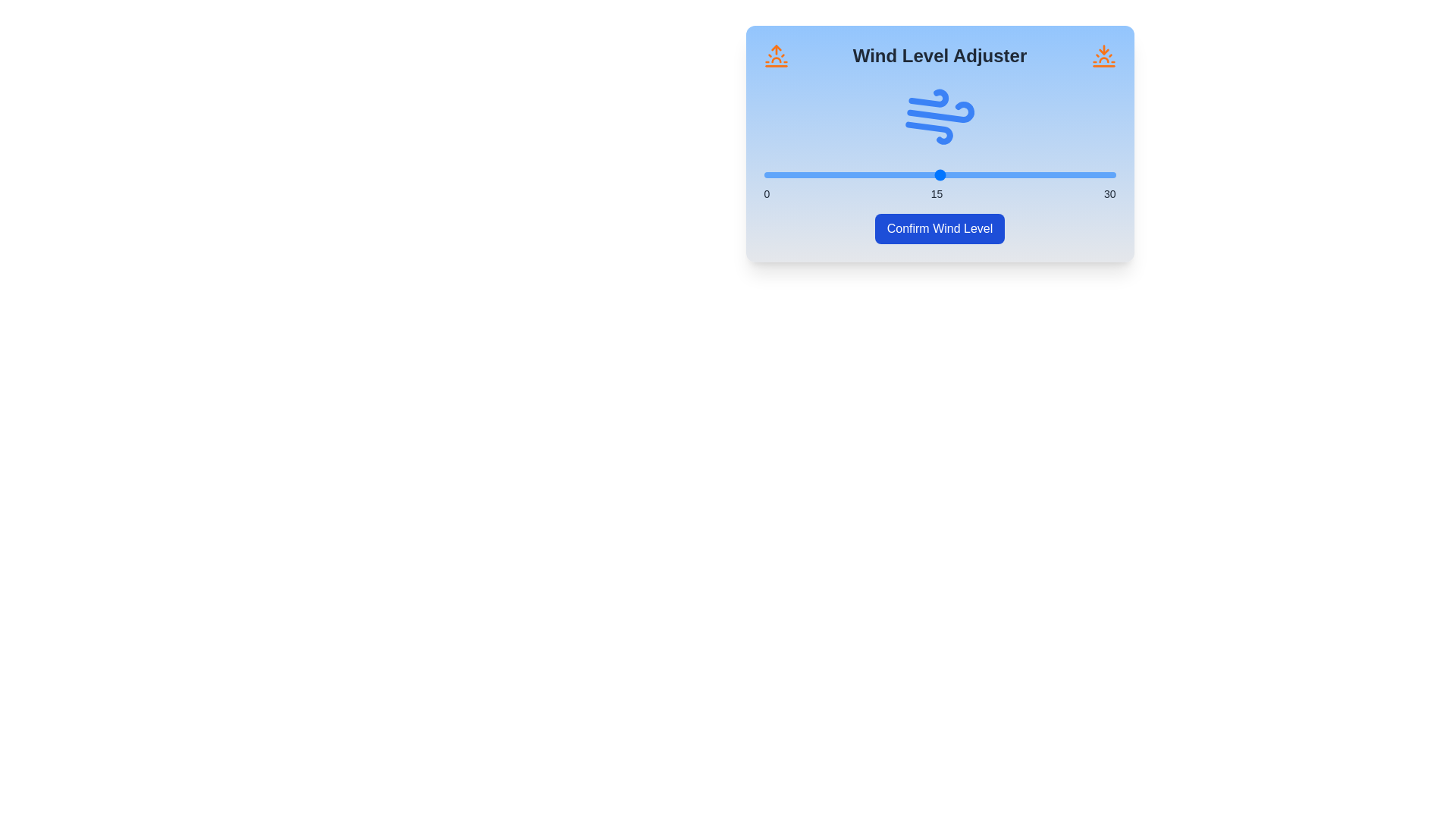  I want to click on the wind level to 27 by moving the slider, so click(1080, 174).